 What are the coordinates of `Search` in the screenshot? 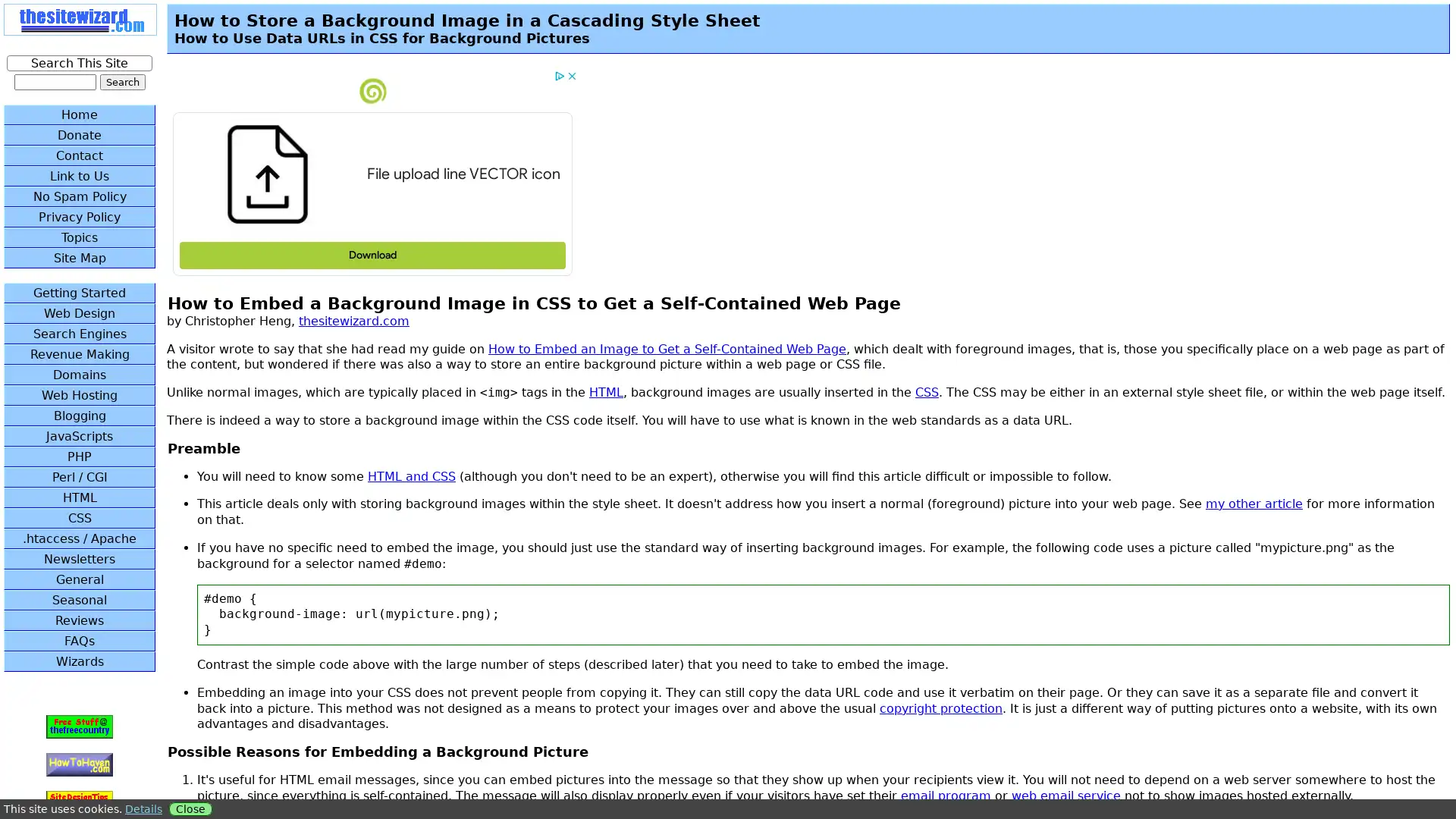 It's located at (122, 82).